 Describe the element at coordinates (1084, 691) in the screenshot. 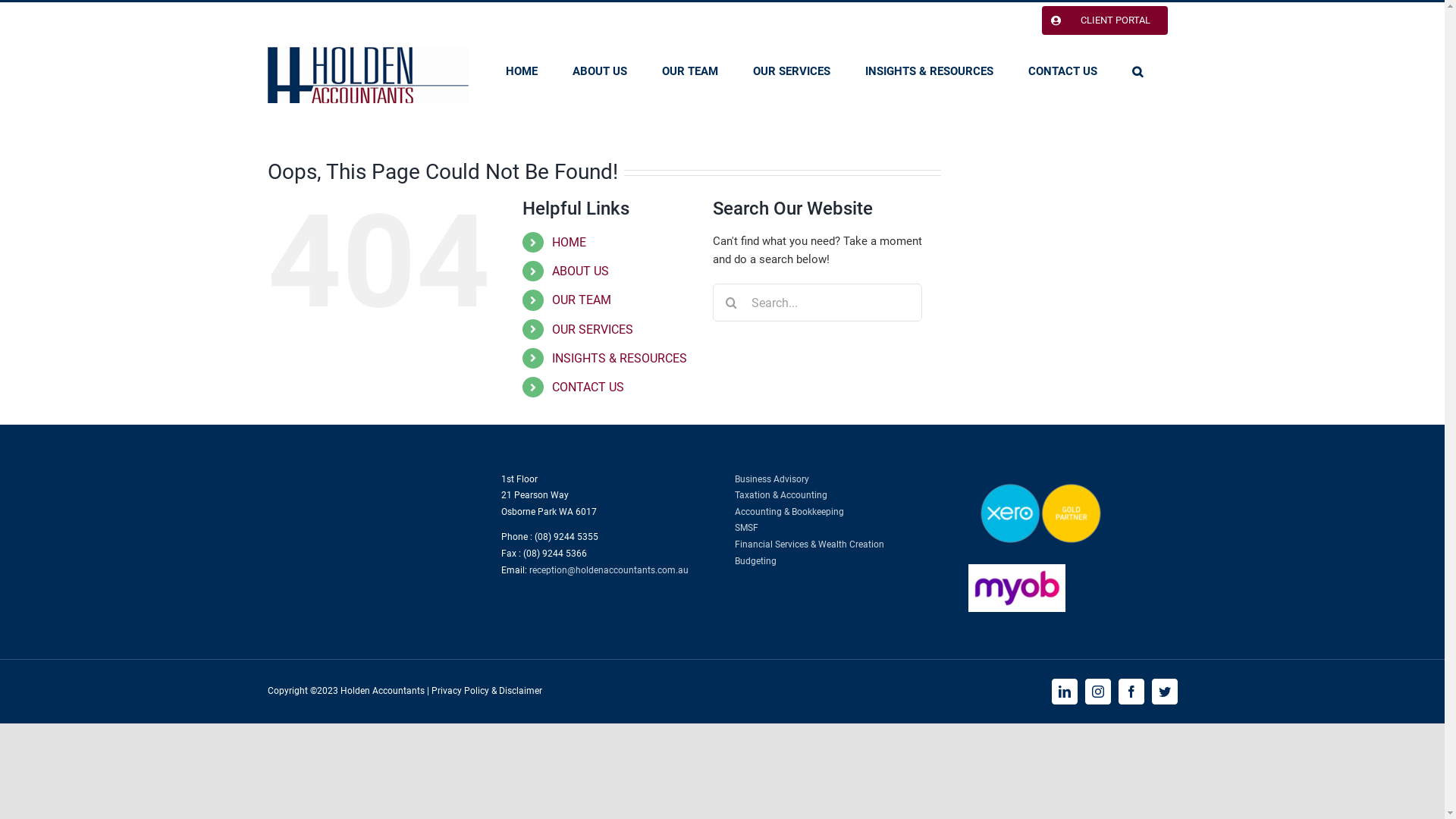

I see `'Instagram'` at that location.